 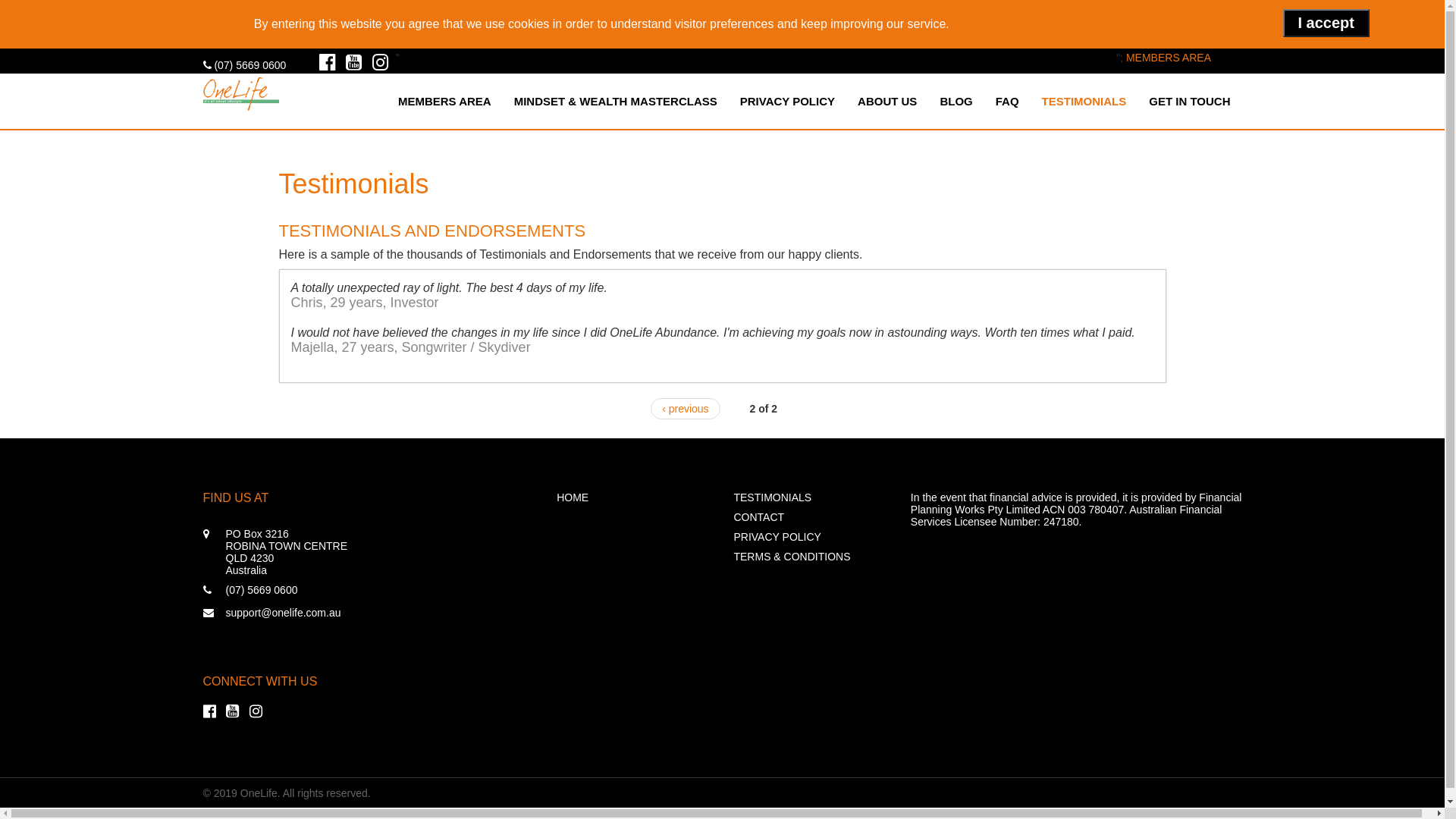 I want to click on 'PRIVACY POLICY', so click(x=733, y=536).